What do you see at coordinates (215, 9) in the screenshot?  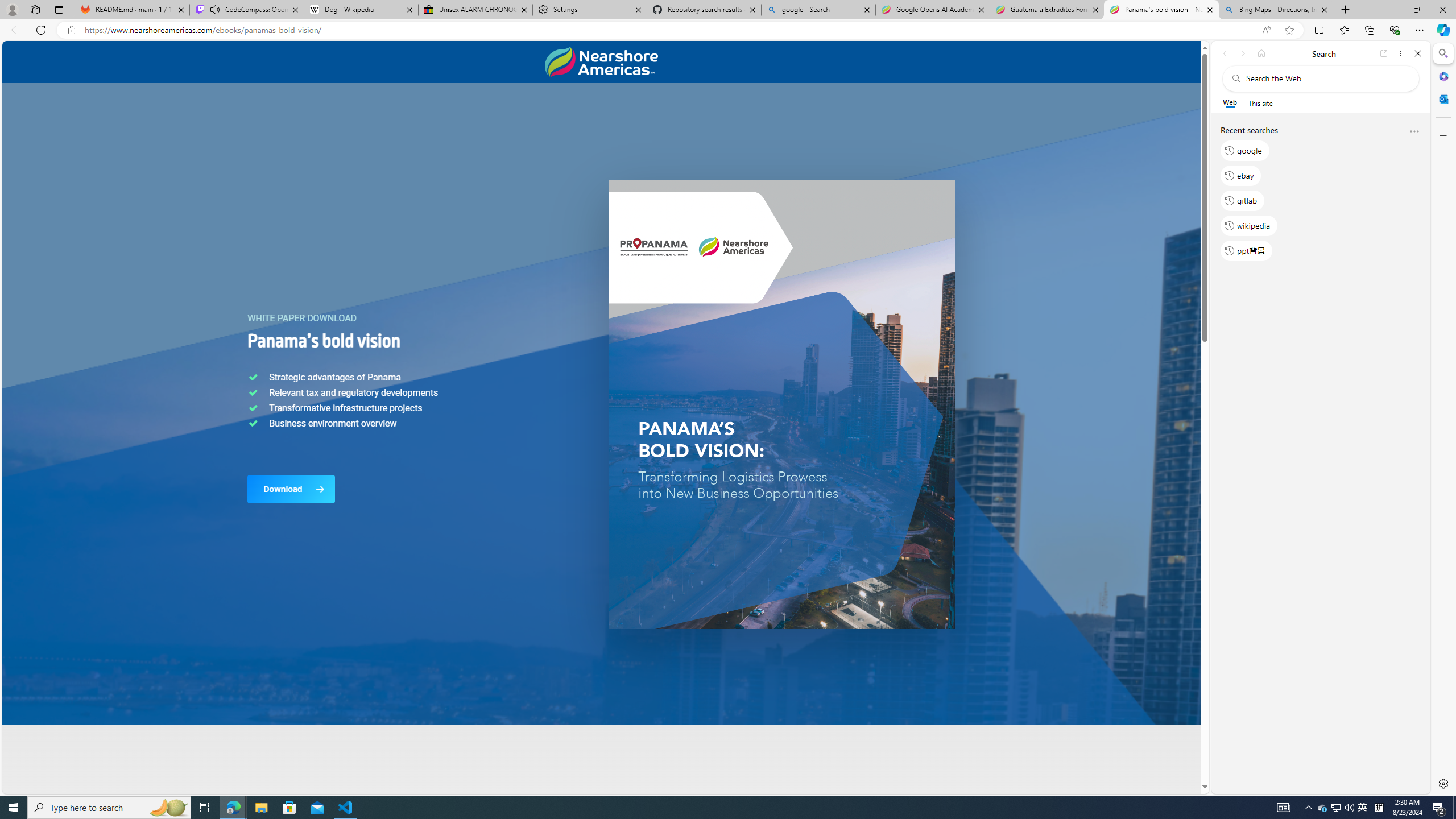 I see `'Mute tab'` at bounding box center [215, 9].